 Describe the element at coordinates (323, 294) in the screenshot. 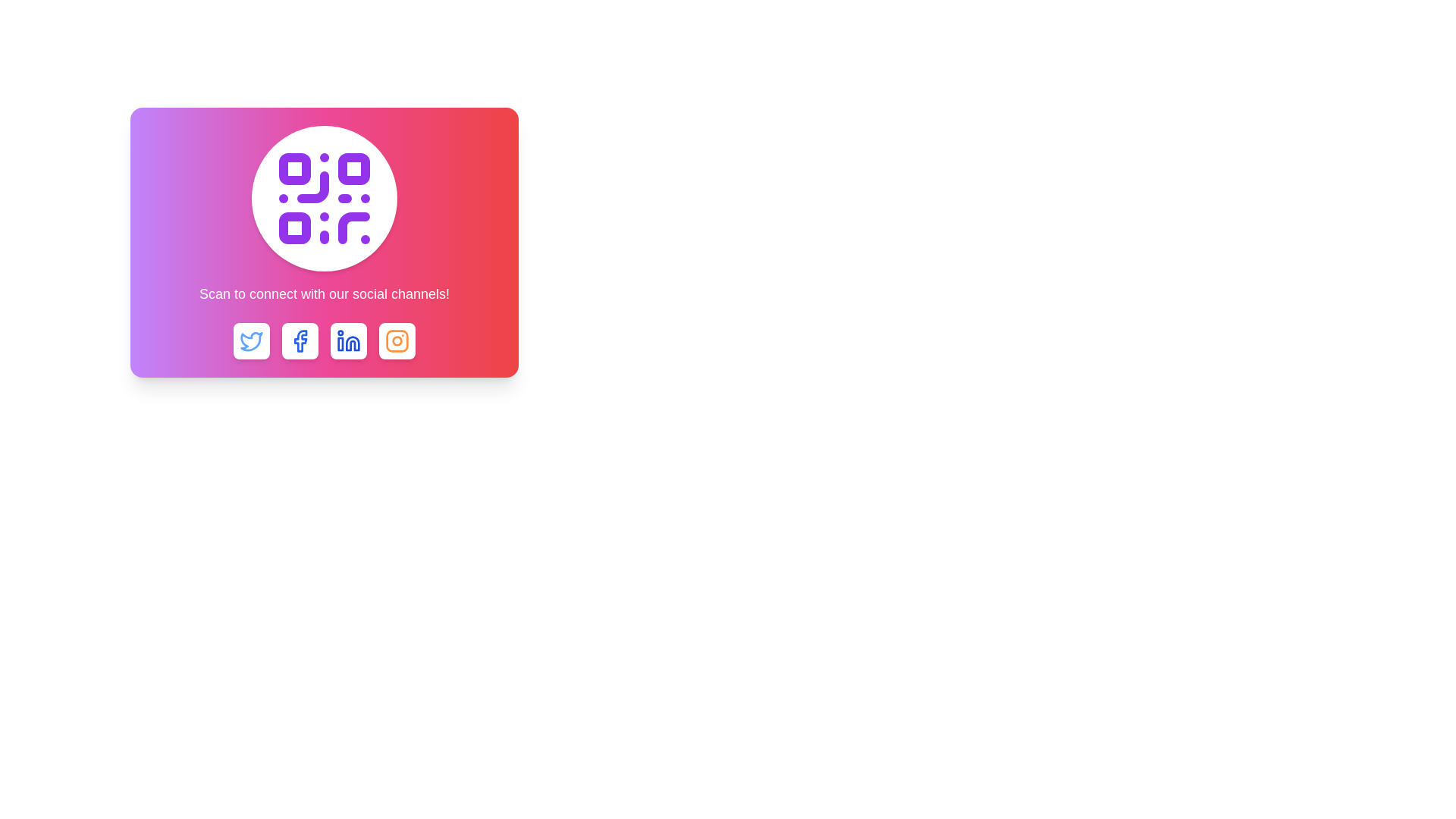

I see `the non-interactive text label displaying 'Scan to connect with our social channels!' which is positioned below the QR code graphic` at that location.